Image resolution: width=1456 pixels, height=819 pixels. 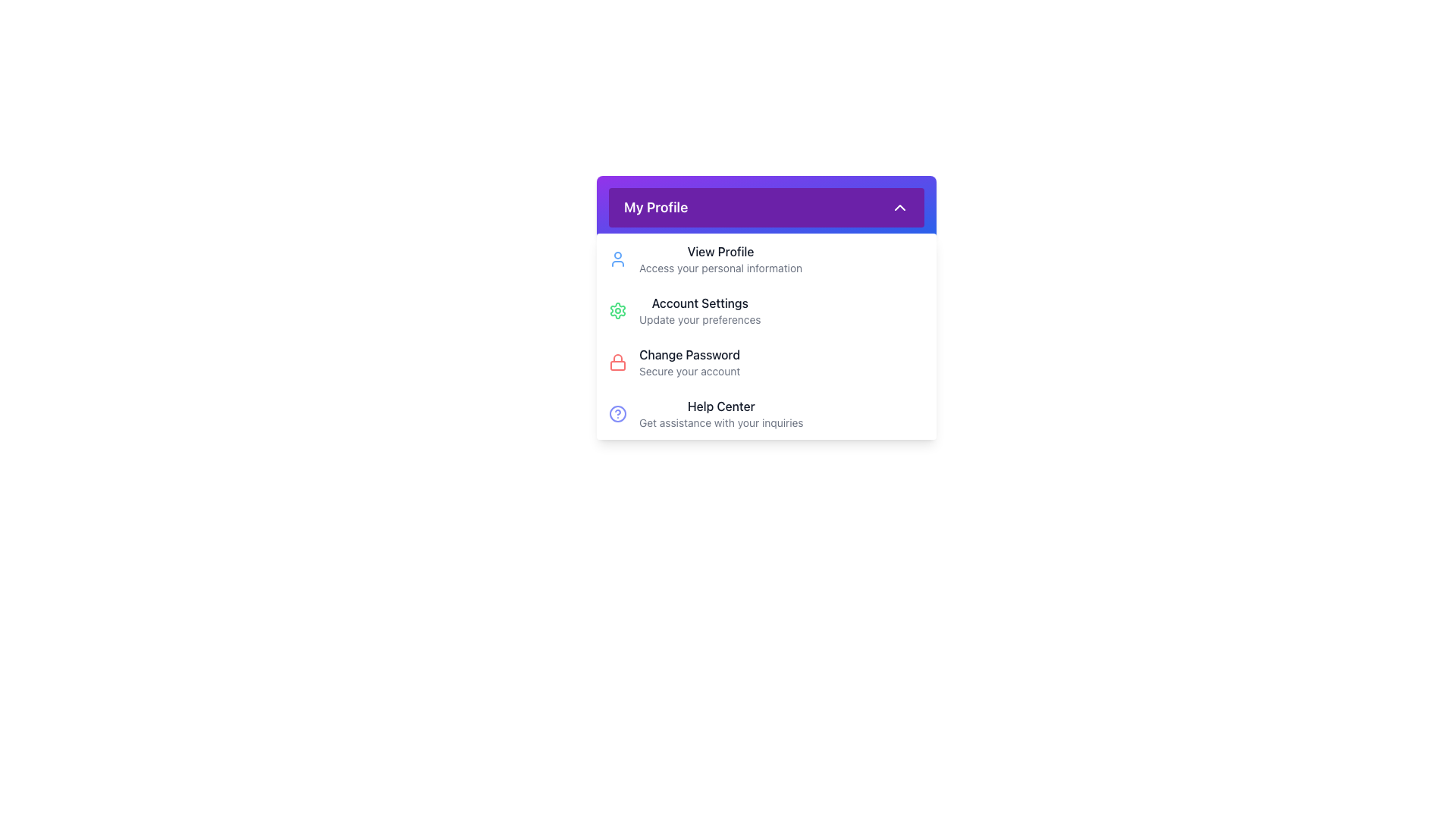 What do you see at coordinates (720, 406) in the screenshot?
I see `the 'Help Center' text label, which is prominently displayed in a dark color within the 'My Profile' dropdown panel, positioned above the subtitle 'Get assistance with your inquiries.'` at bounding box center [720, 406].